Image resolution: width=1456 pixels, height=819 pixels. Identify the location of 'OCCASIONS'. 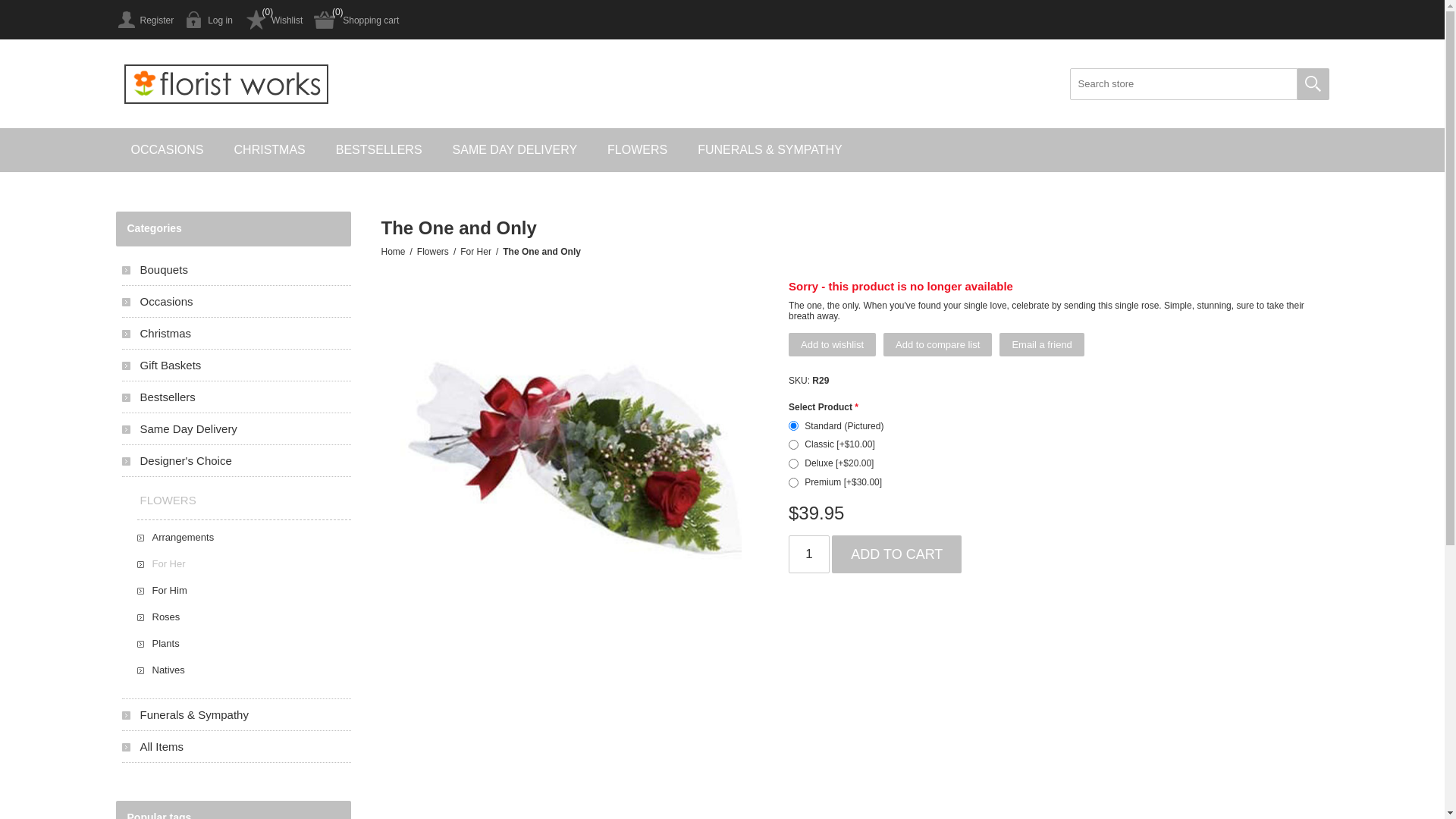
(167, 149).